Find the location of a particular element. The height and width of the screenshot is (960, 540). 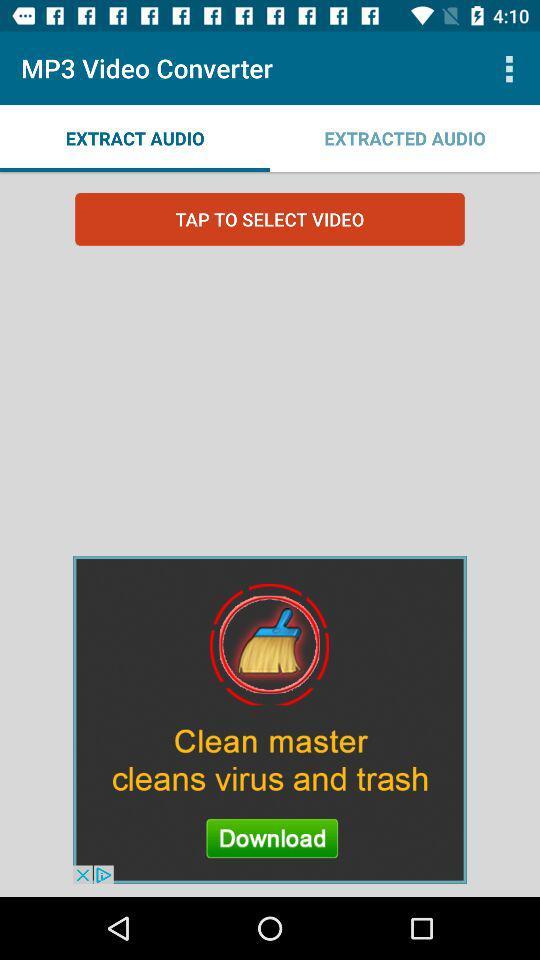

advertised app download page is located at coordinates (270, 719).